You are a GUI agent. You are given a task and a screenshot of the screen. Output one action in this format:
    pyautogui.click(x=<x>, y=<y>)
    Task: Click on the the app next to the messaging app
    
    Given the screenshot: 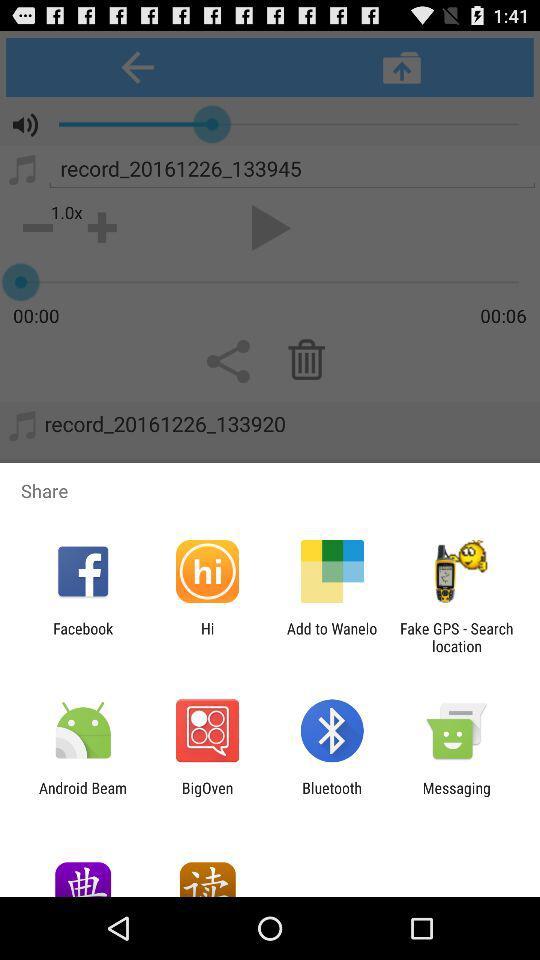 What is the action you would take?
    pyautogui.click(x=332, y=796)
    